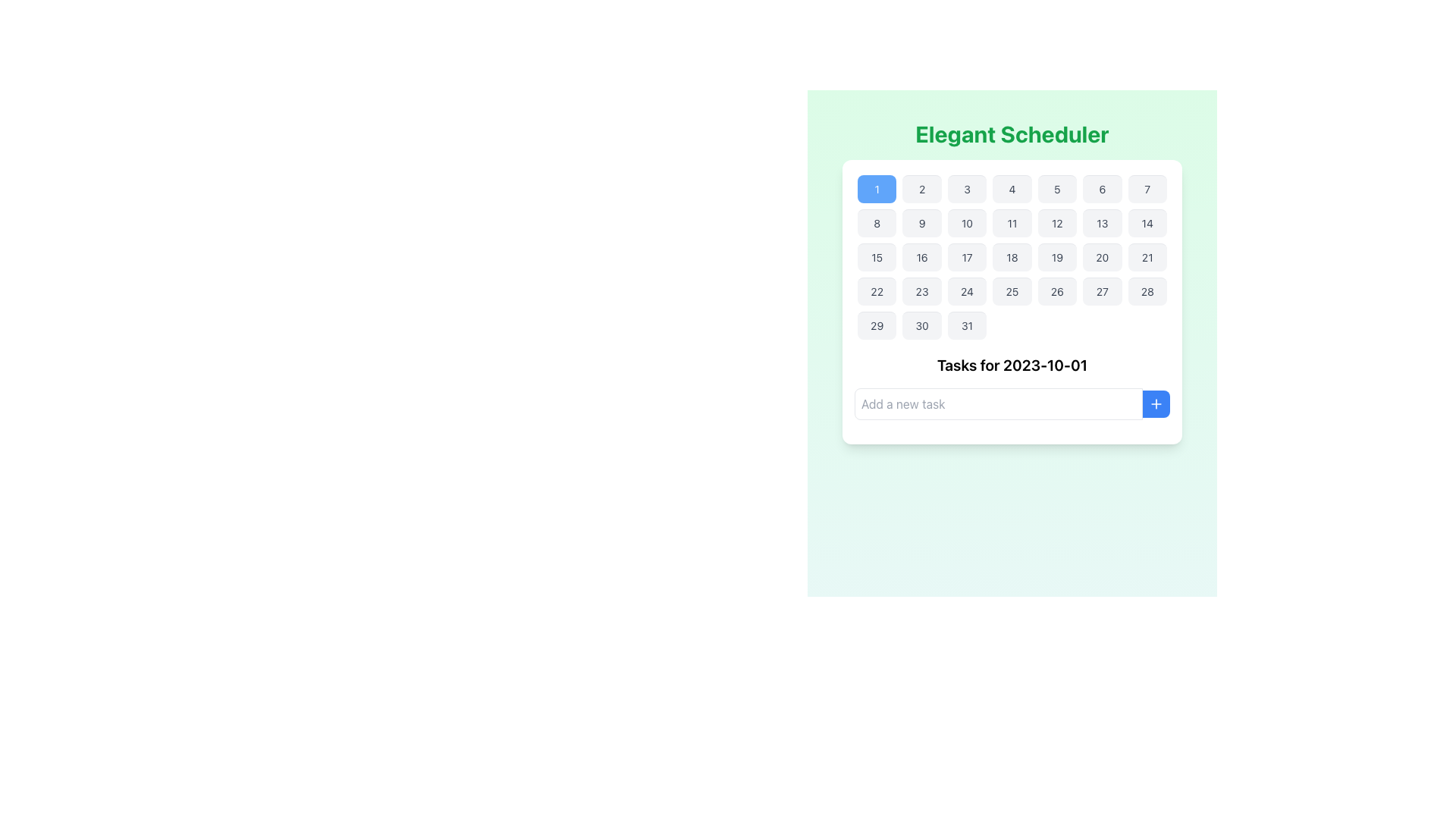  Describe the element at coordinates (1056, 291) in the screenshot. I see `the button representing the 26th day in the calendar grid` at that location.